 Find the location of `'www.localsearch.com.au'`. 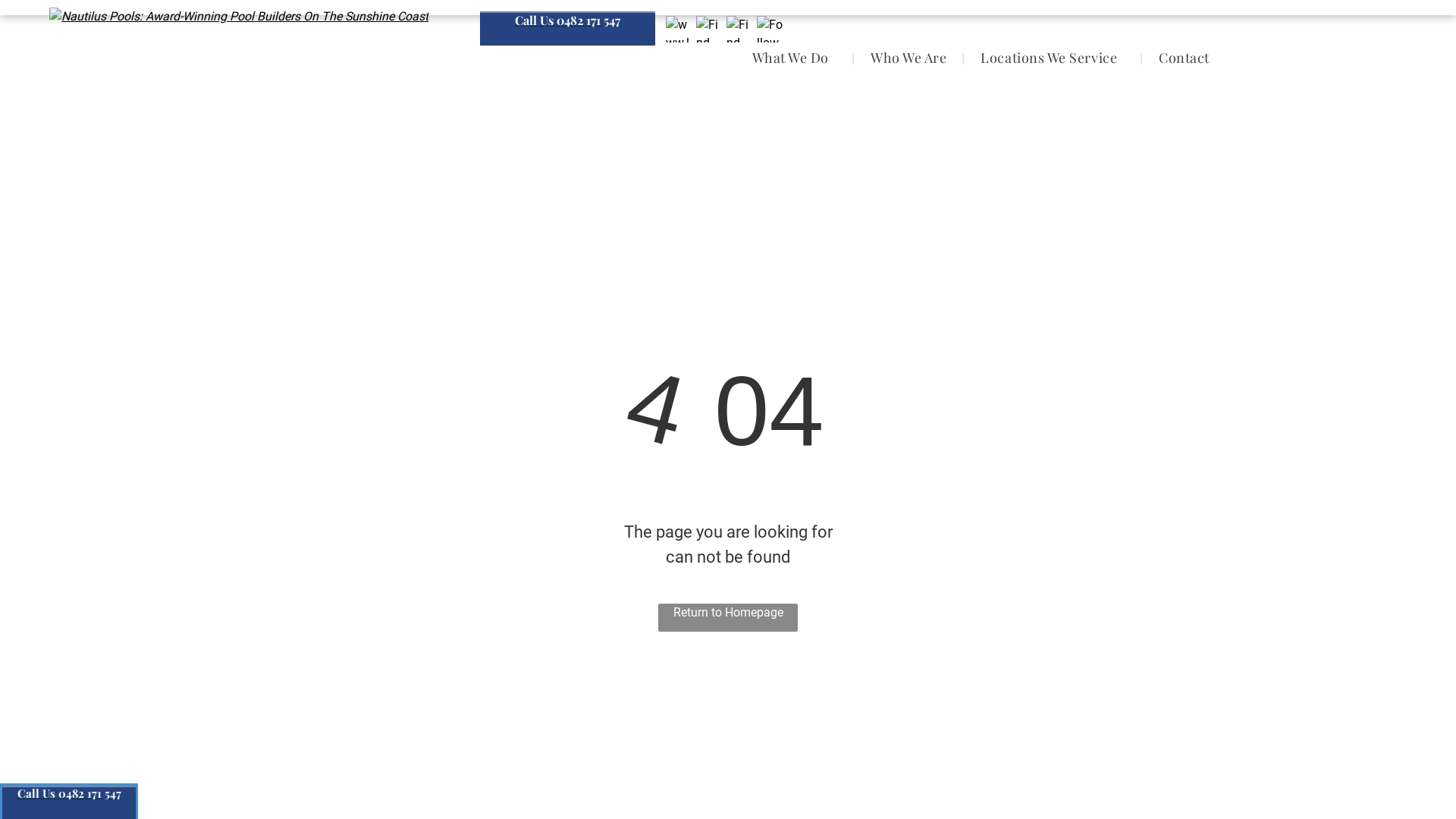

'www.localsearch.com.au' is located at coordinates (678, 29).